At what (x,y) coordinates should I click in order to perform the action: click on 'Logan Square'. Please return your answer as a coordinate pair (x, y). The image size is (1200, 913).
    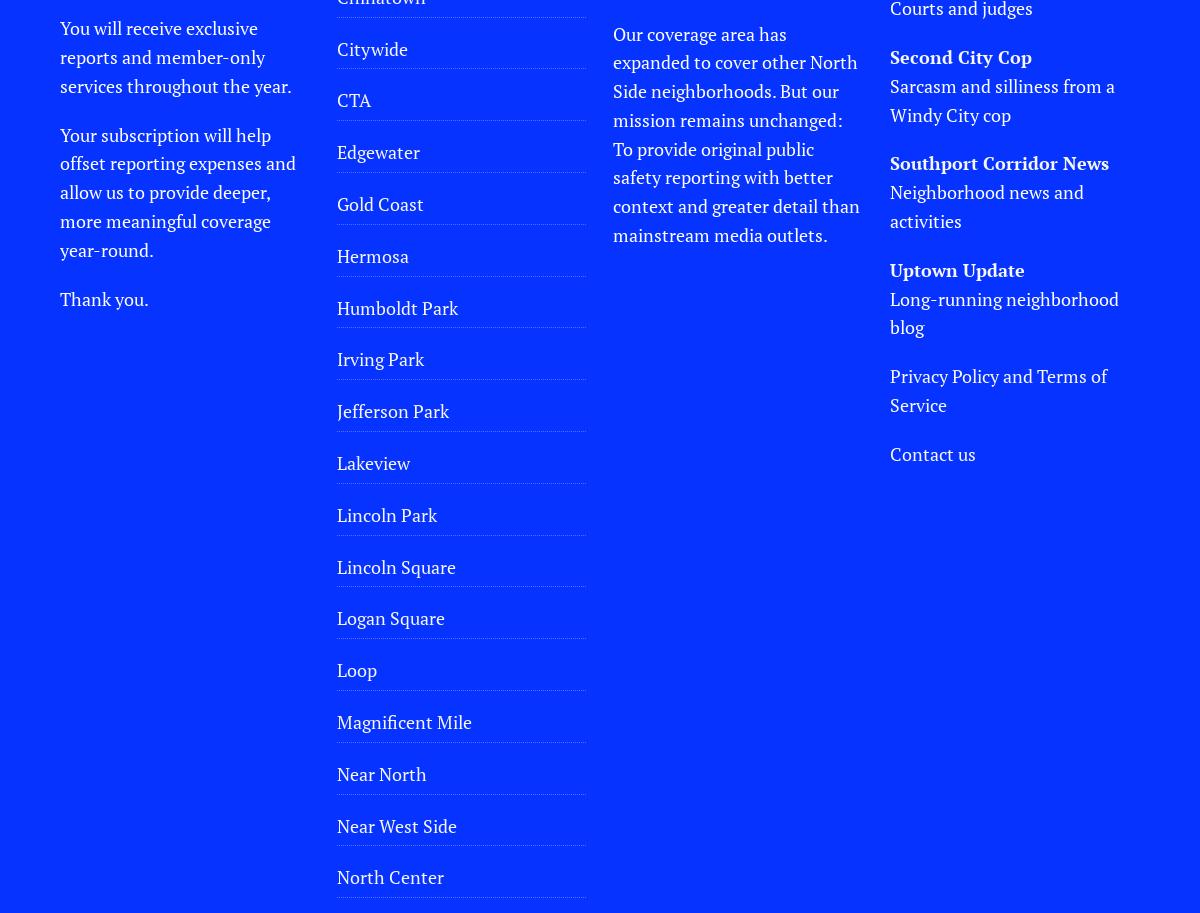
    Looking at the image, I should click on (390, 618).